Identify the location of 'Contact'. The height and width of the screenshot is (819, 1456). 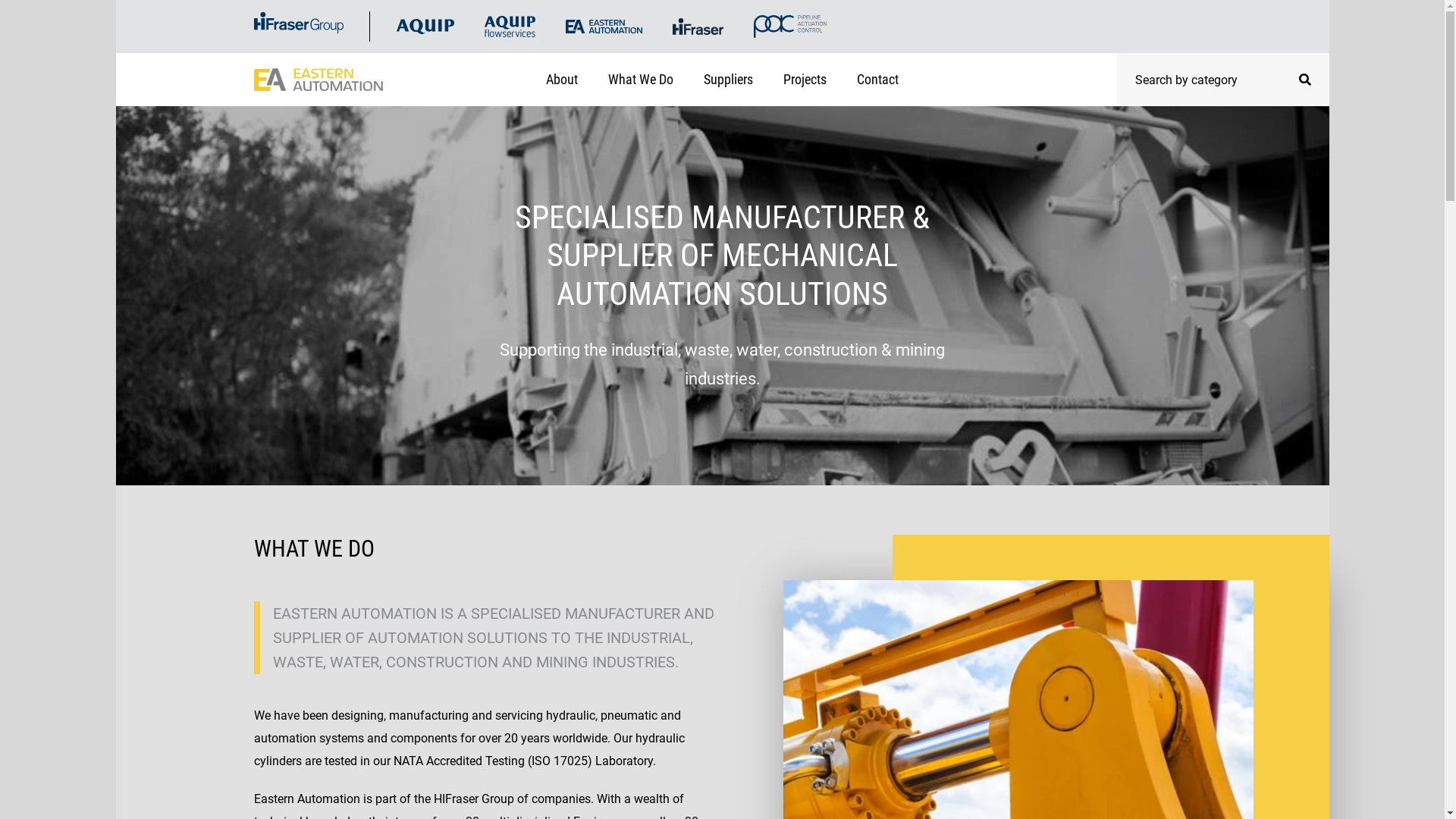
(877, 79).